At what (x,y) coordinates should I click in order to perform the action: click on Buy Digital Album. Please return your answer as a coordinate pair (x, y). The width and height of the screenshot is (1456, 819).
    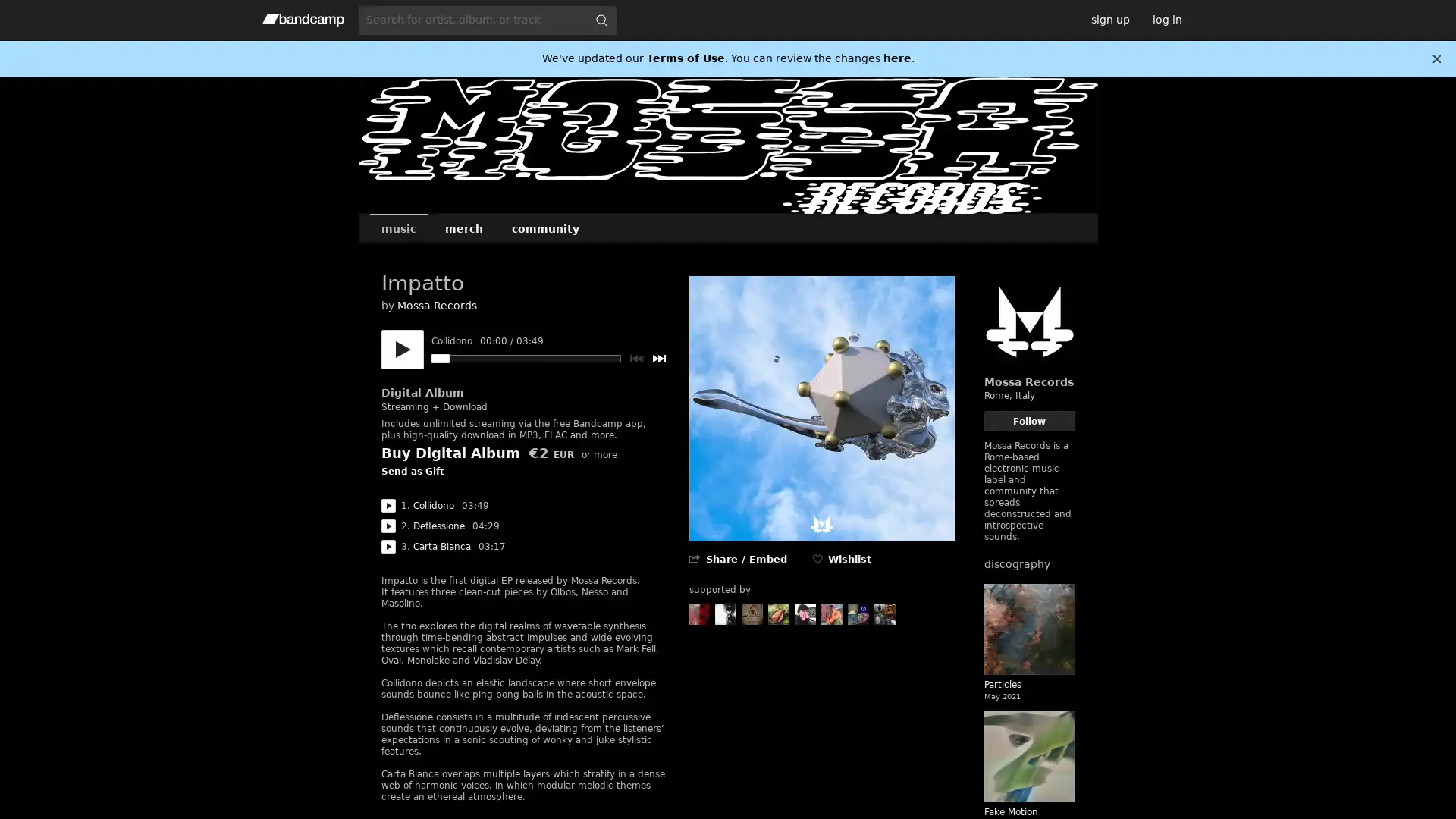
    Looking at the image, I should click on (449, 452).